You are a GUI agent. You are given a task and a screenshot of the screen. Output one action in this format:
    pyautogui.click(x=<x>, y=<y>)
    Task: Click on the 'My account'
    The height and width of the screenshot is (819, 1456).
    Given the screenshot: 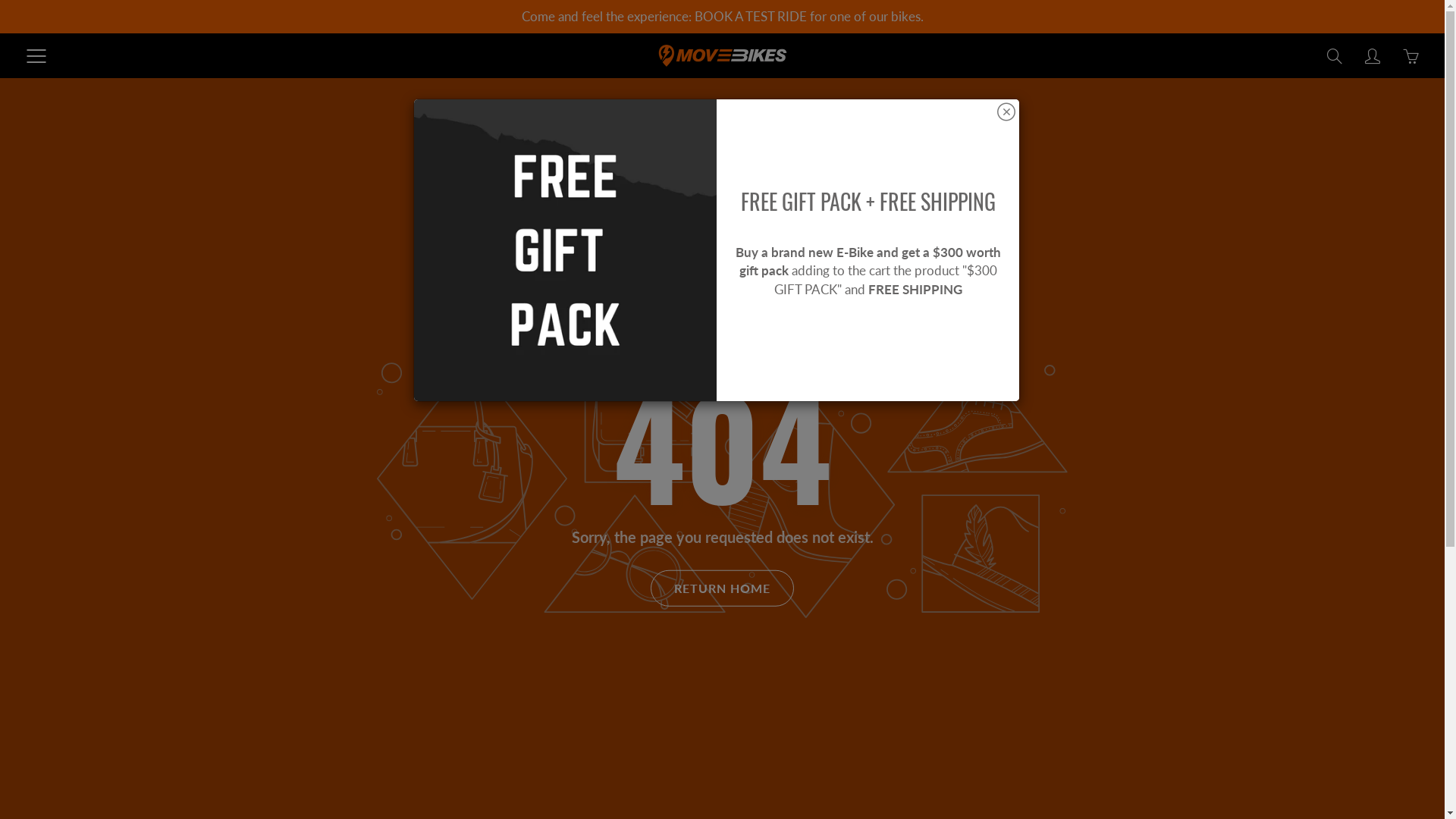 What is the action you would take?
    pyautogui.click(x=1372, y=55)
    